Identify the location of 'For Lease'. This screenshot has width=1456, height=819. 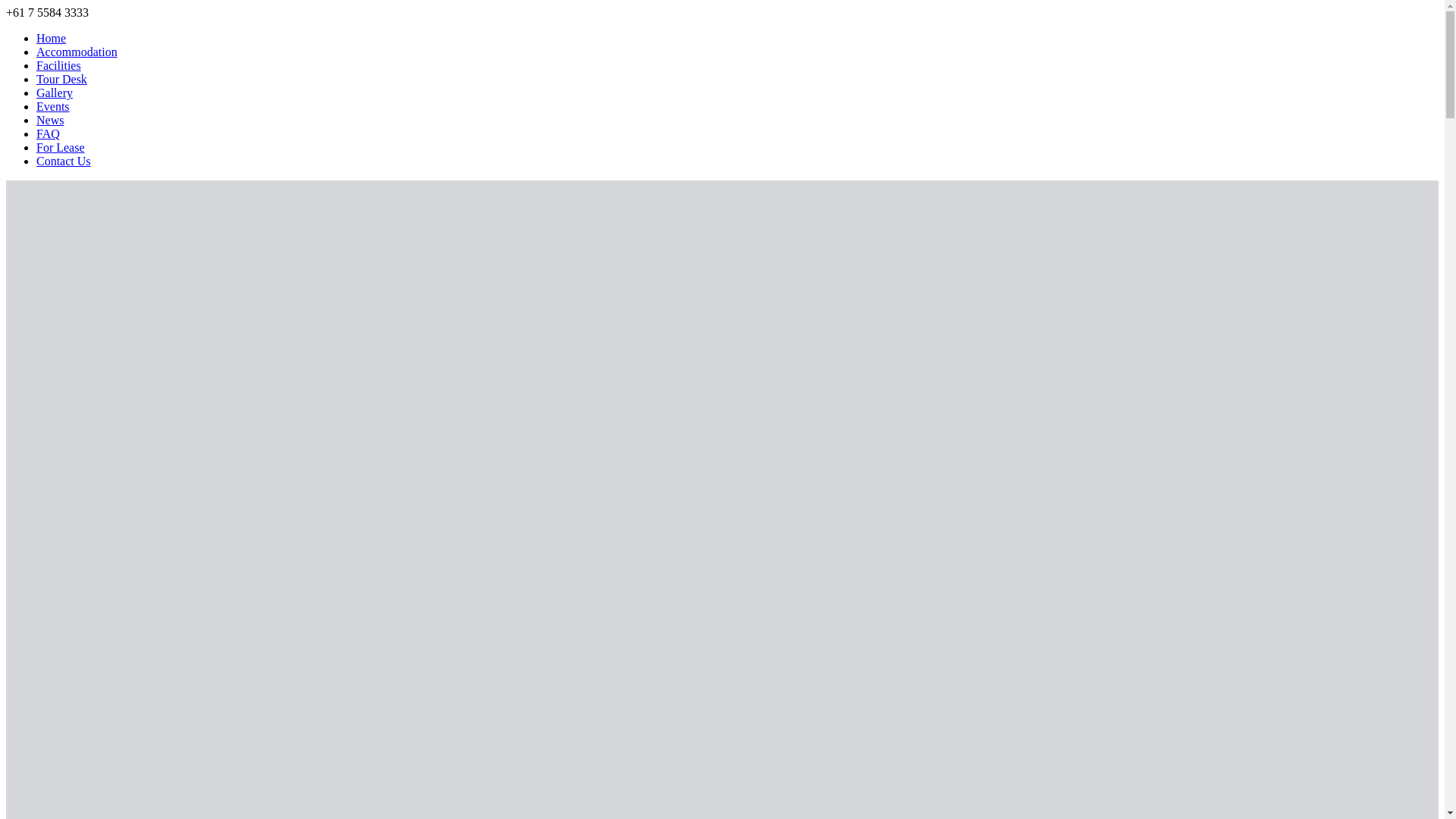
(61, 147).